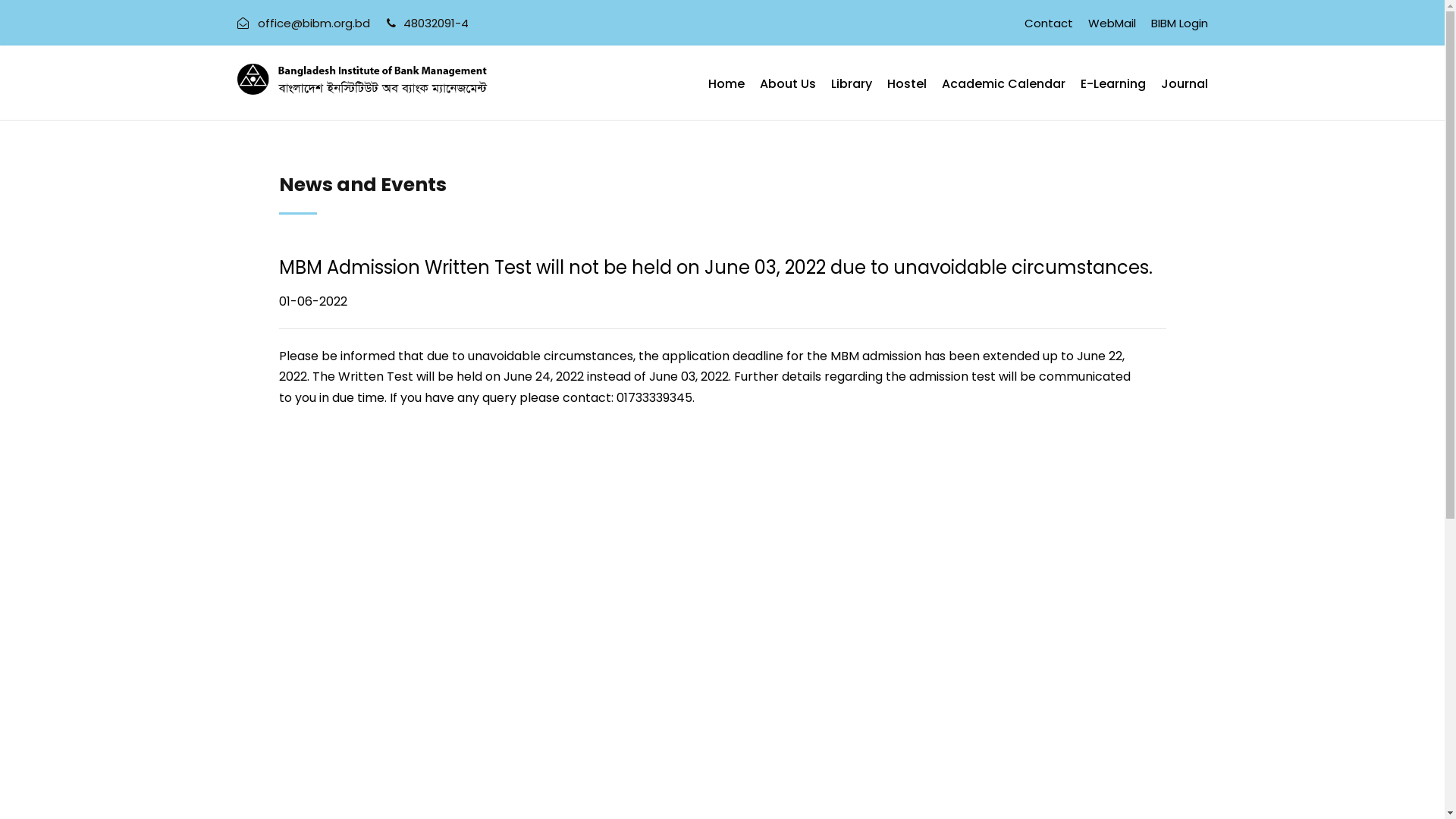 This screenshot has height=819, width=1456. I want to click on 'Contact', so click(1047, 30).